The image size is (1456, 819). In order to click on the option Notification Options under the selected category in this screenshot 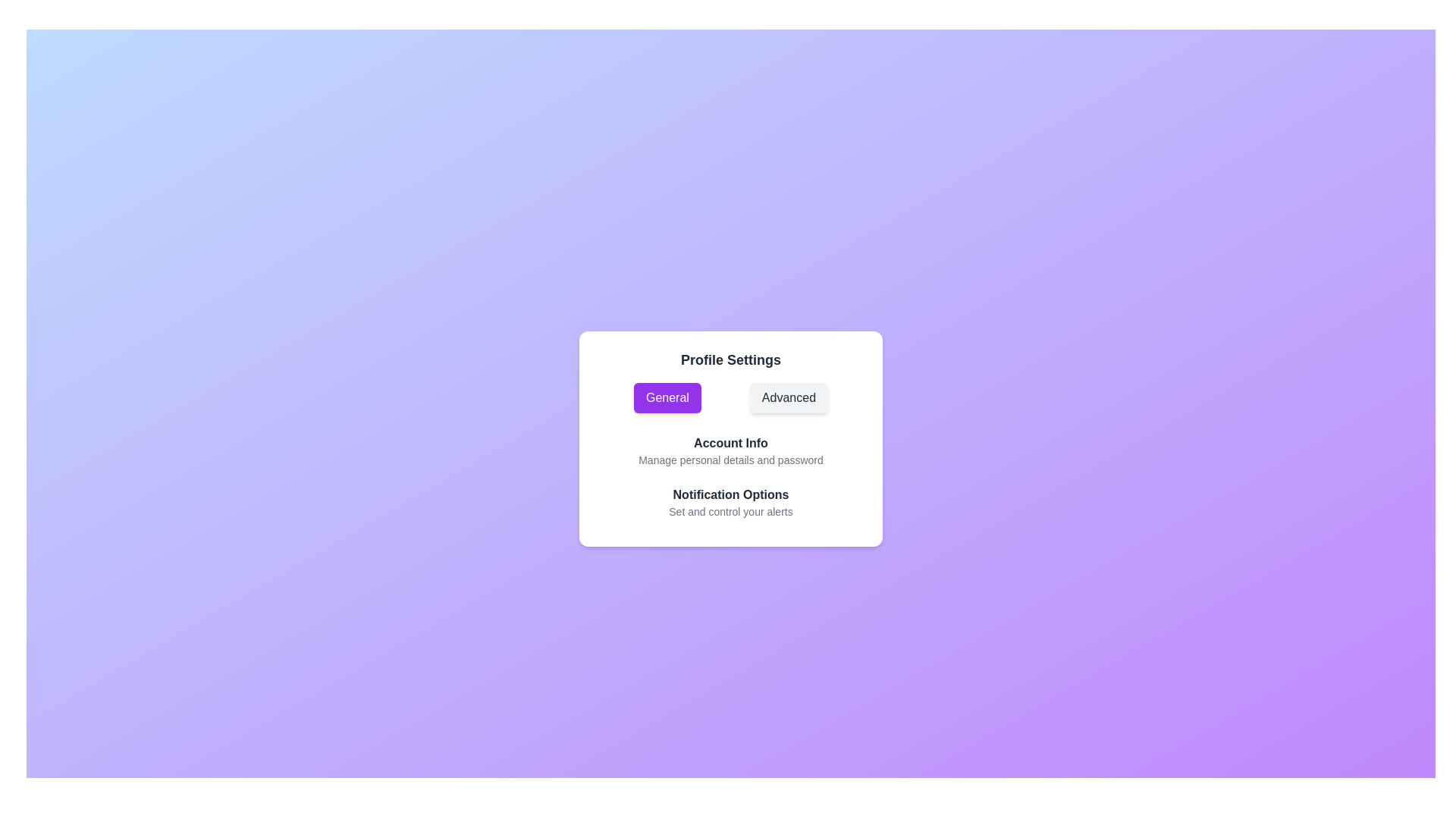, I will do `click(731, 494)`.